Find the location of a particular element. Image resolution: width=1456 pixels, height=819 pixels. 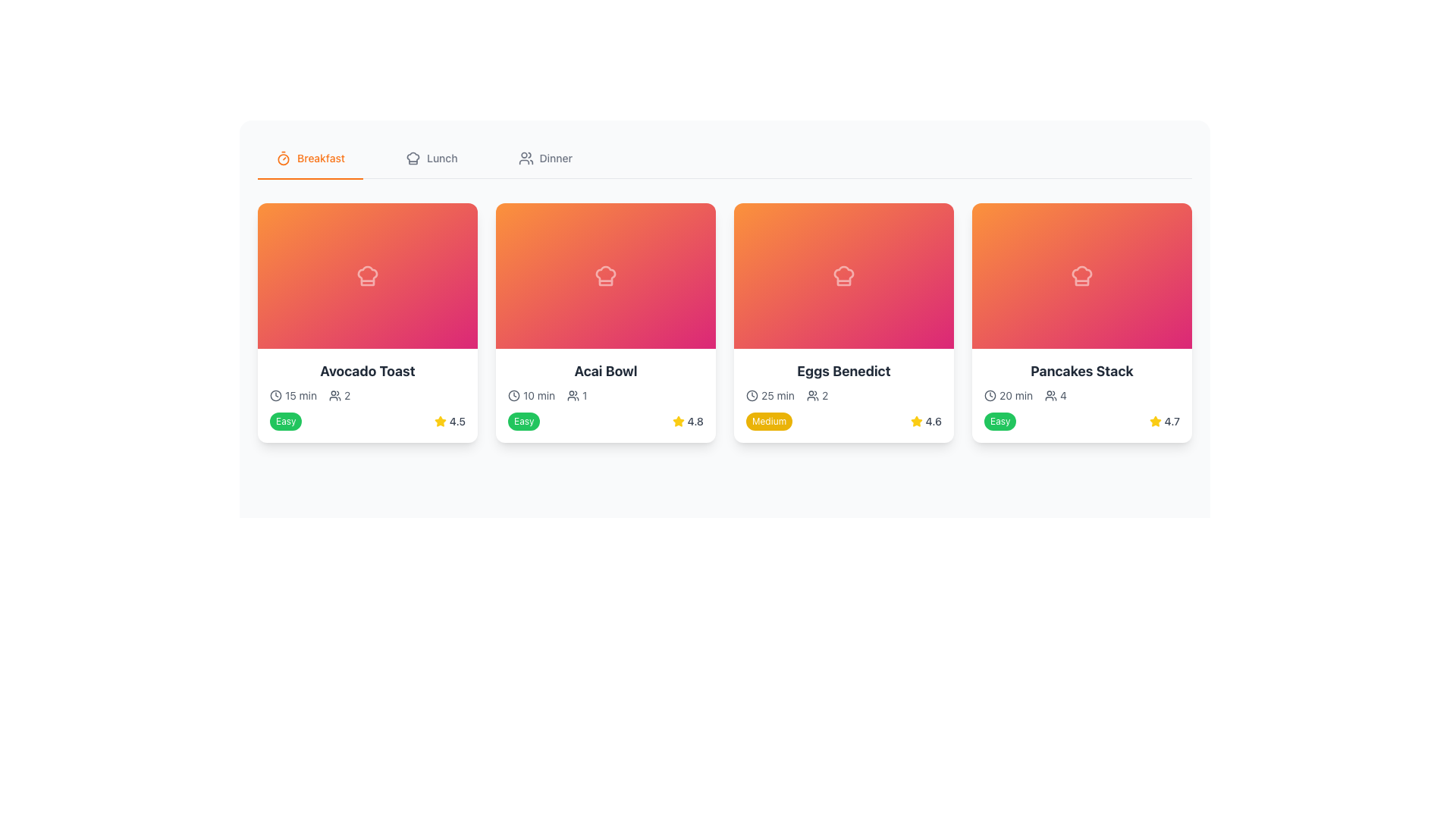

the decorative chef's hat icon located at the top-center of the fourth recipe card, which is rendered with smooth outlines and a white color blending into an orange-pink gradient background is located at coordinates (1081, 275).